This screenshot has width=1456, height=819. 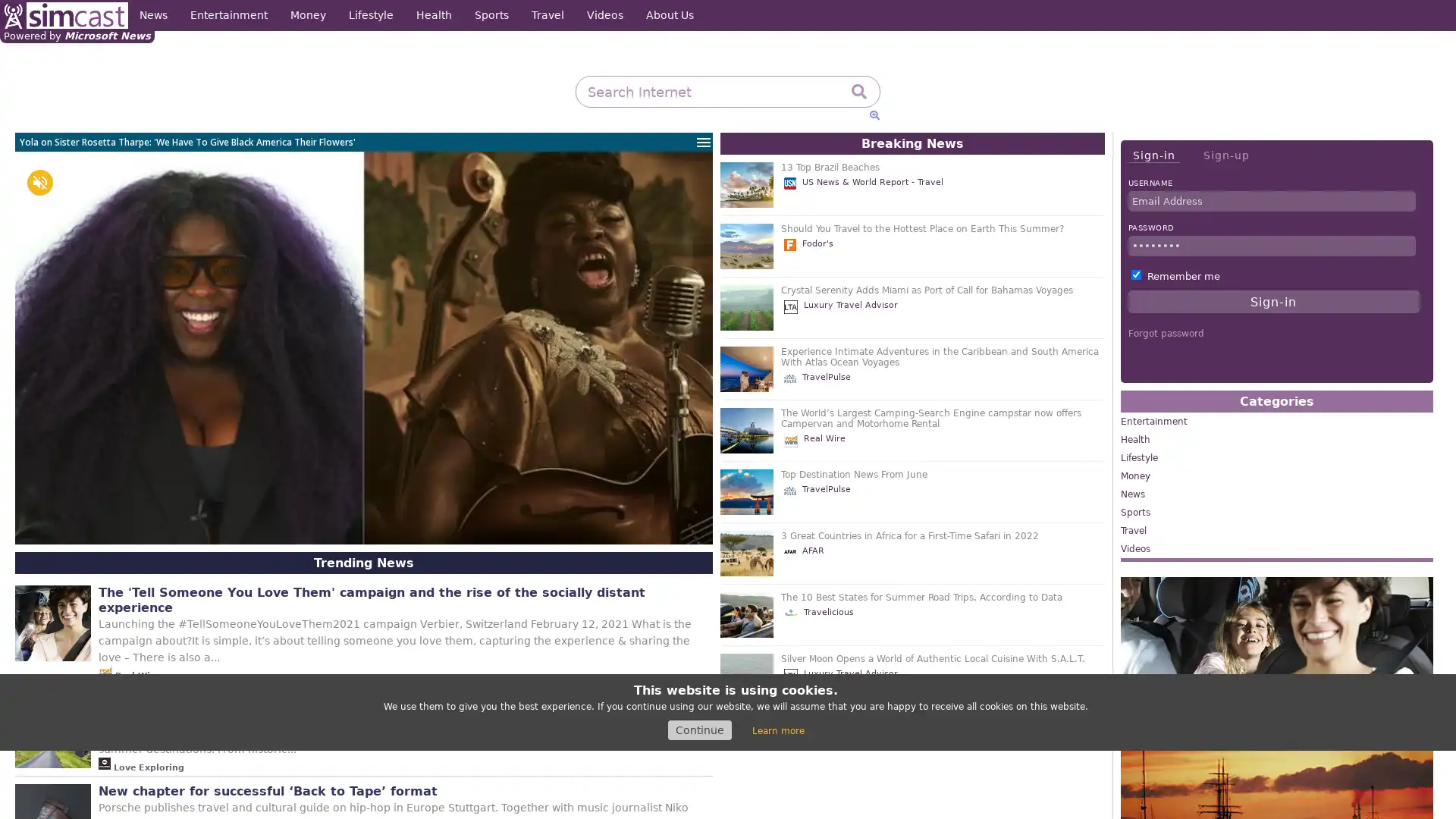 I want to click on Sign-in, so click(x=1153, y=155).